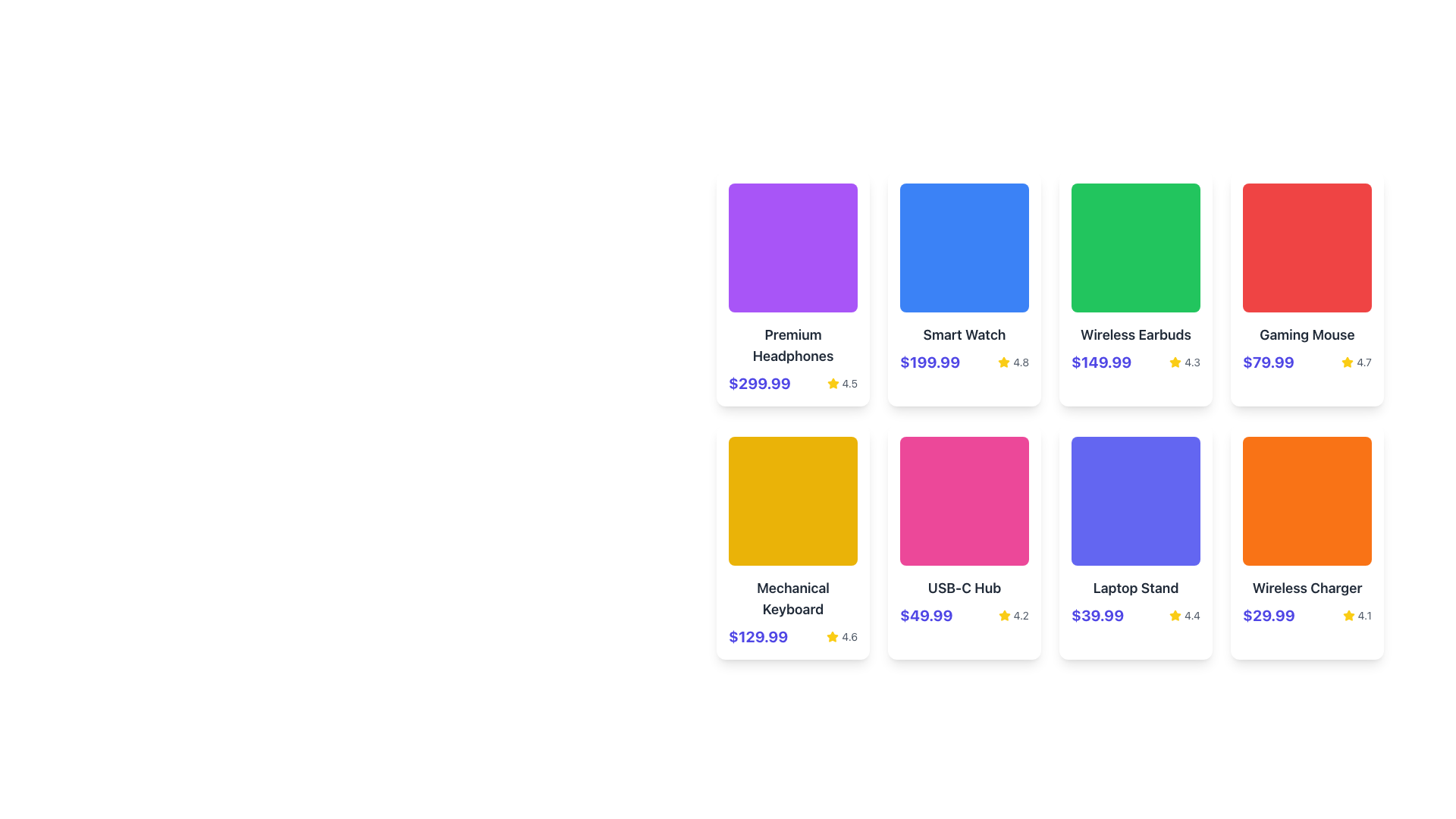  Describe the element at coordinates (1021, 616) in the screenshot. I see `the static text displaying the rating '4.2', which is styled in light gray and positioned next to a yellow star icon in the USB-C Hub card layout` at that location.